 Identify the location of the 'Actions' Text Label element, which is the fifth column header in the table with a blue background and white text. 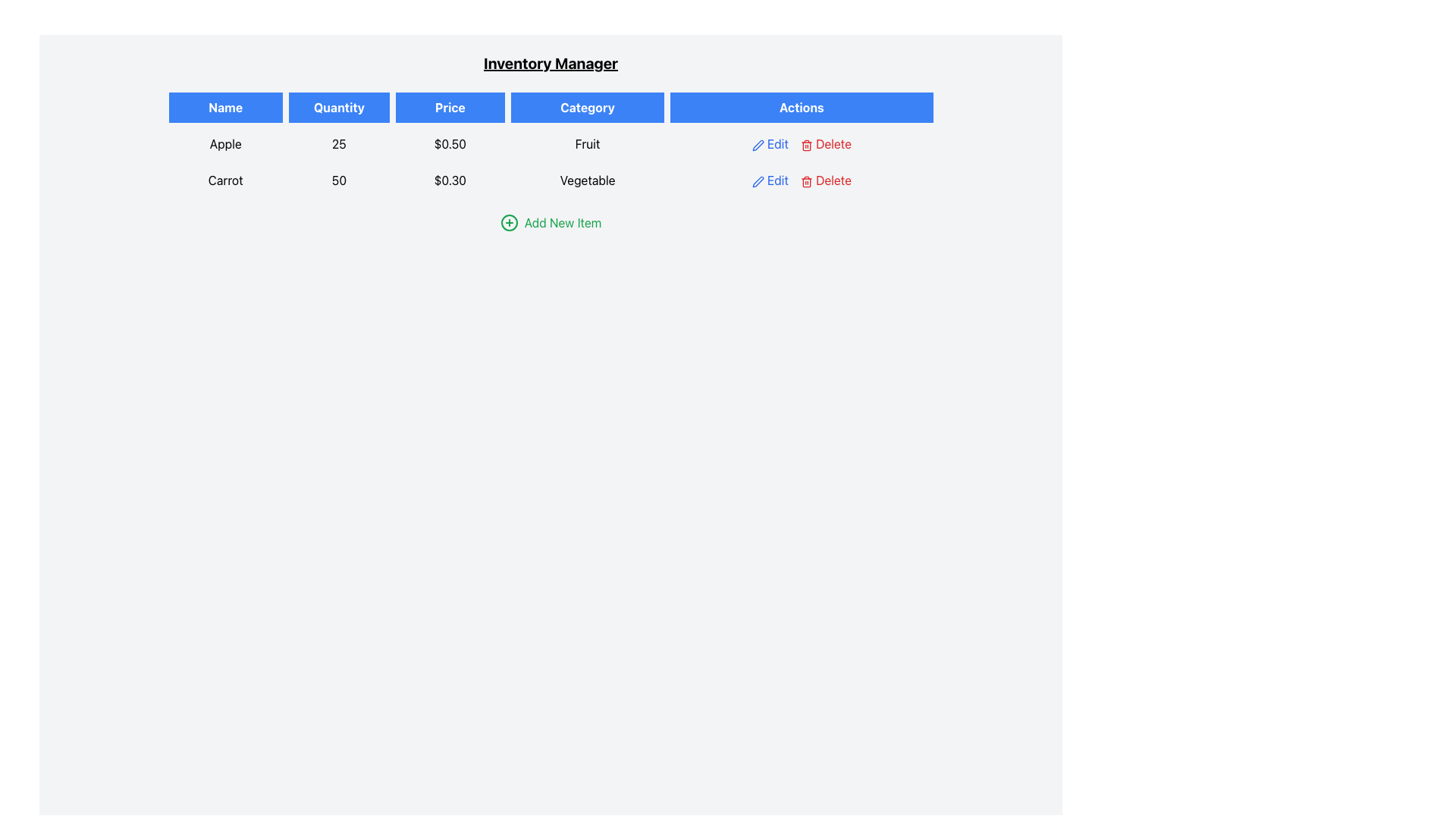
(801, 107).